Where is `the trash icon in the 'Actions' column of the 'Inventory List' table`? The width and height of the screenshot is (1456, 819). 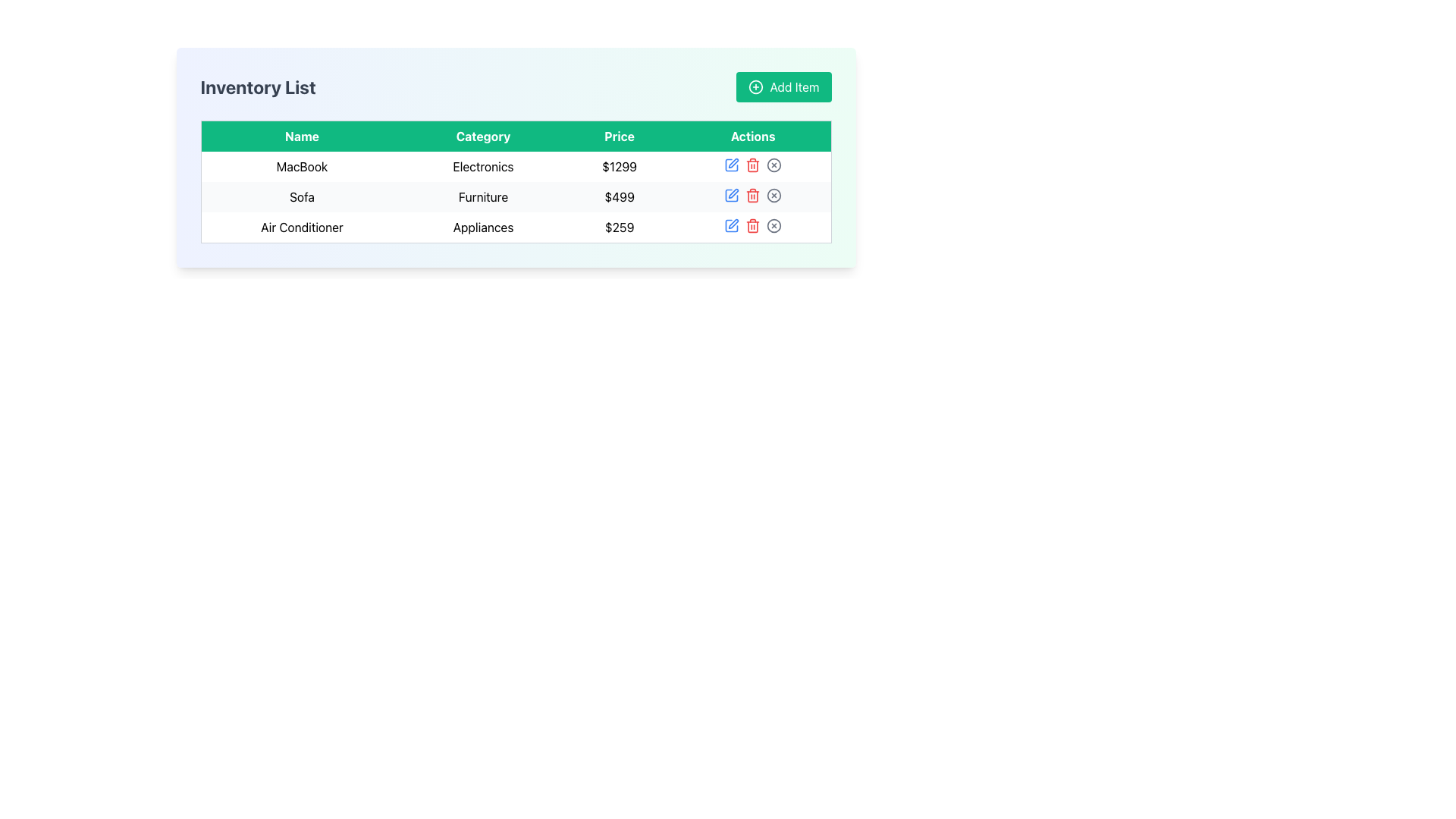
the trash icon in the 'Actions' column of the 'Inventory List' table is located at coordinates (753, 165).